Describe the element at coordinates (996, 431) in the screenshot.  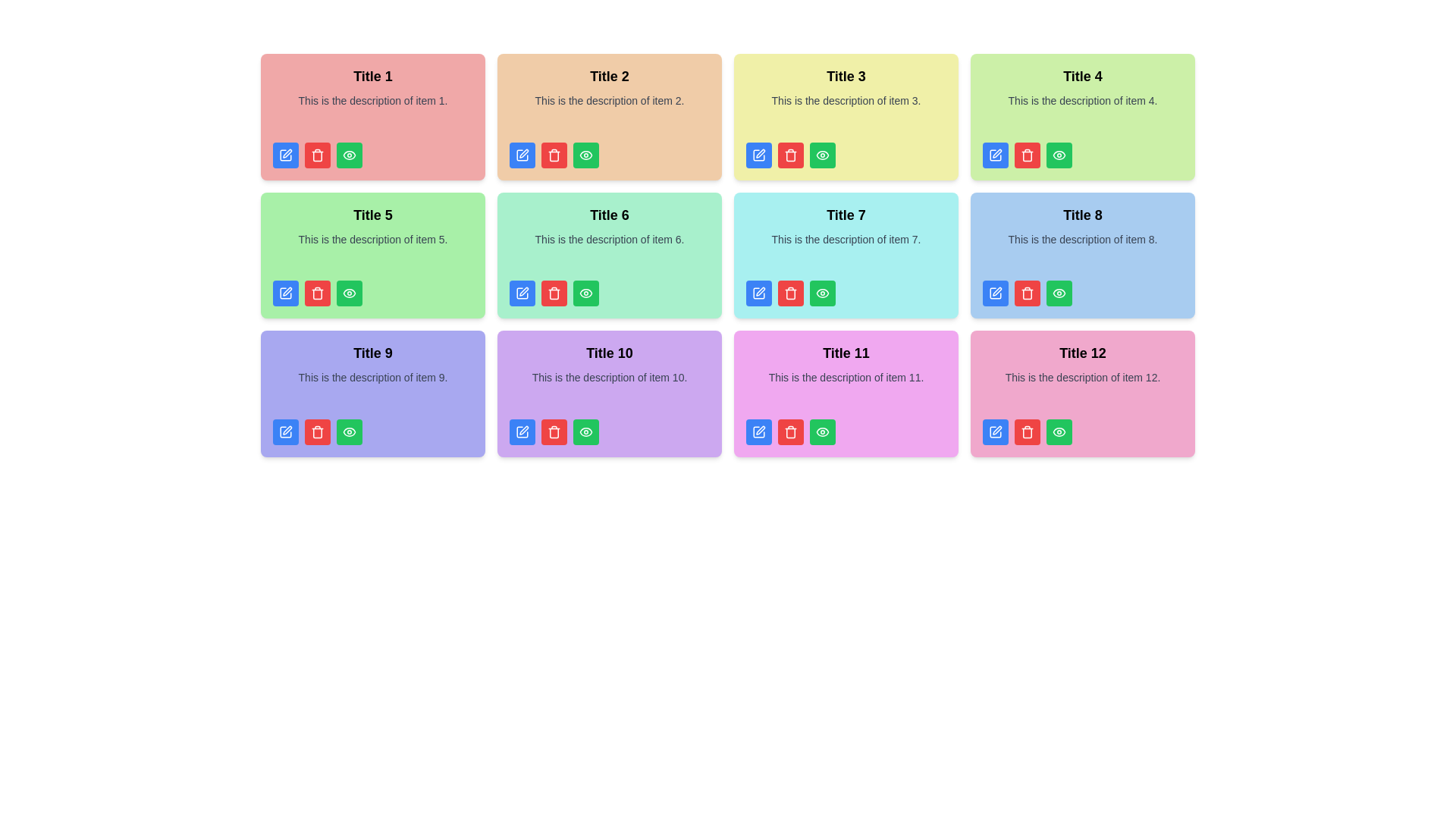
I see `the edit icon located within the blue button at the bottom-left of the card labeled 'Title 12'` at that location.